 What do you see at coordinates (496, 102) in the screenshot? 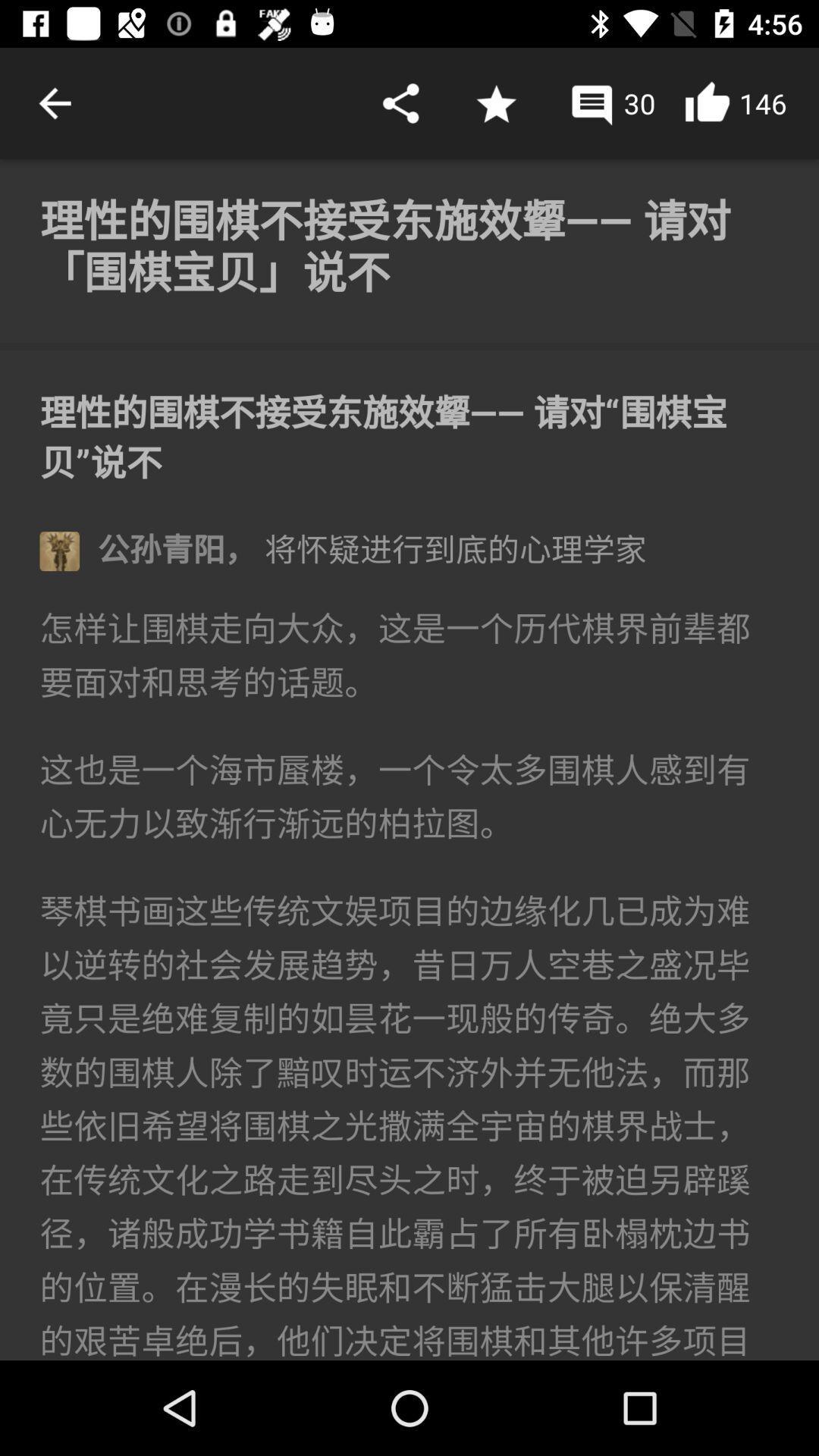
I see `choose favourite symbol` at bounding box center [496, 102].